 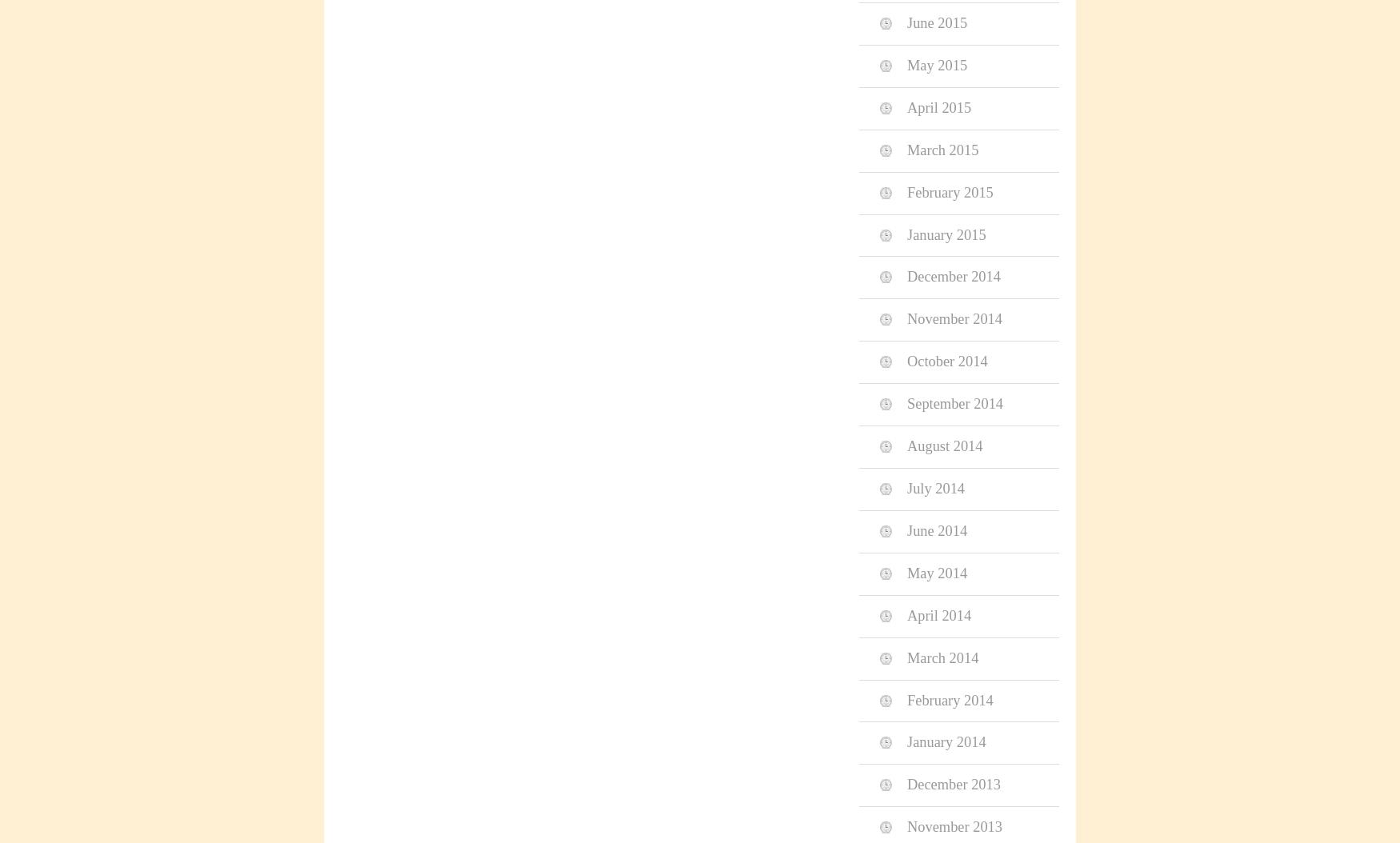 I want to click on 'June 2015', so click(x=936, y=22).